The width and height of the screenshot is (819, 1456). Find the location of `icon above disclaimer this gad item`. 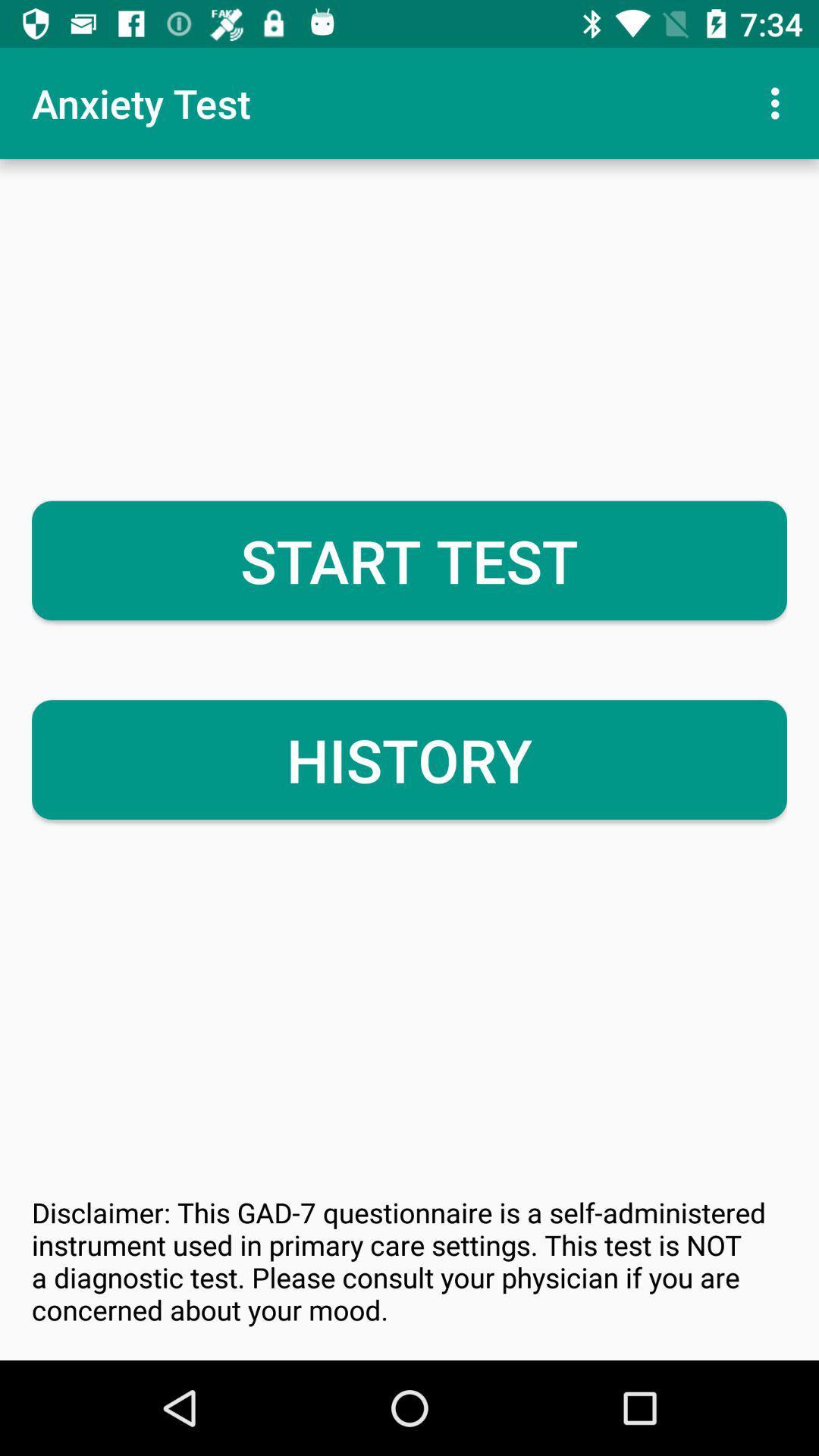

icon above disclaimer this gad item is located at coordinates (409, 760).